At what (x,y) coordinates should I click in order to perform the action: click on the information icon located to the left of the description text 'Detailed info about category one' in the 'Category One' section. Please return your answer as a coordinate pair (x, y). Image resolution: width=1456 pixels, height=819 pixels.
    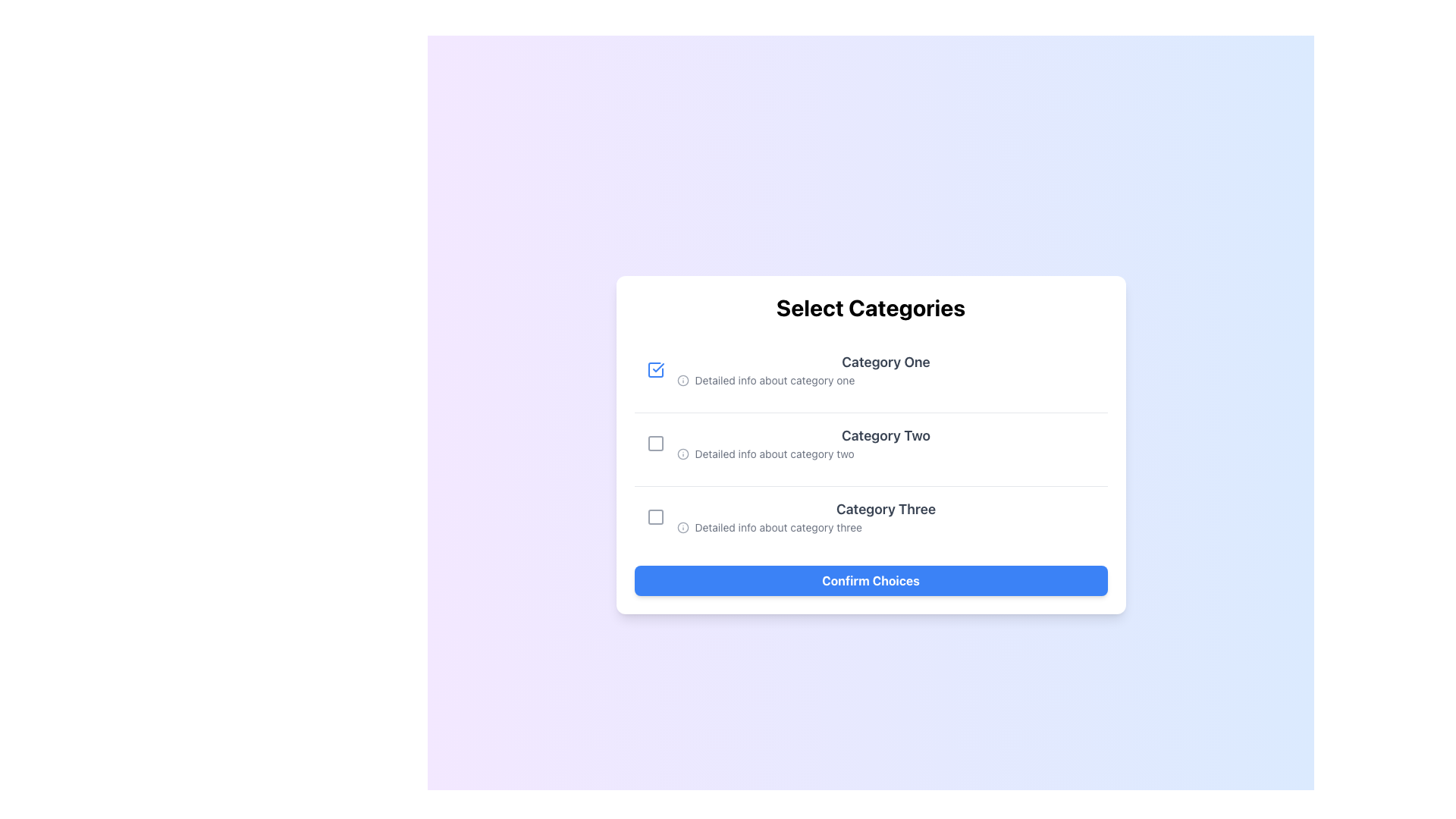
    Looking at the image, I should click on (682, 379).